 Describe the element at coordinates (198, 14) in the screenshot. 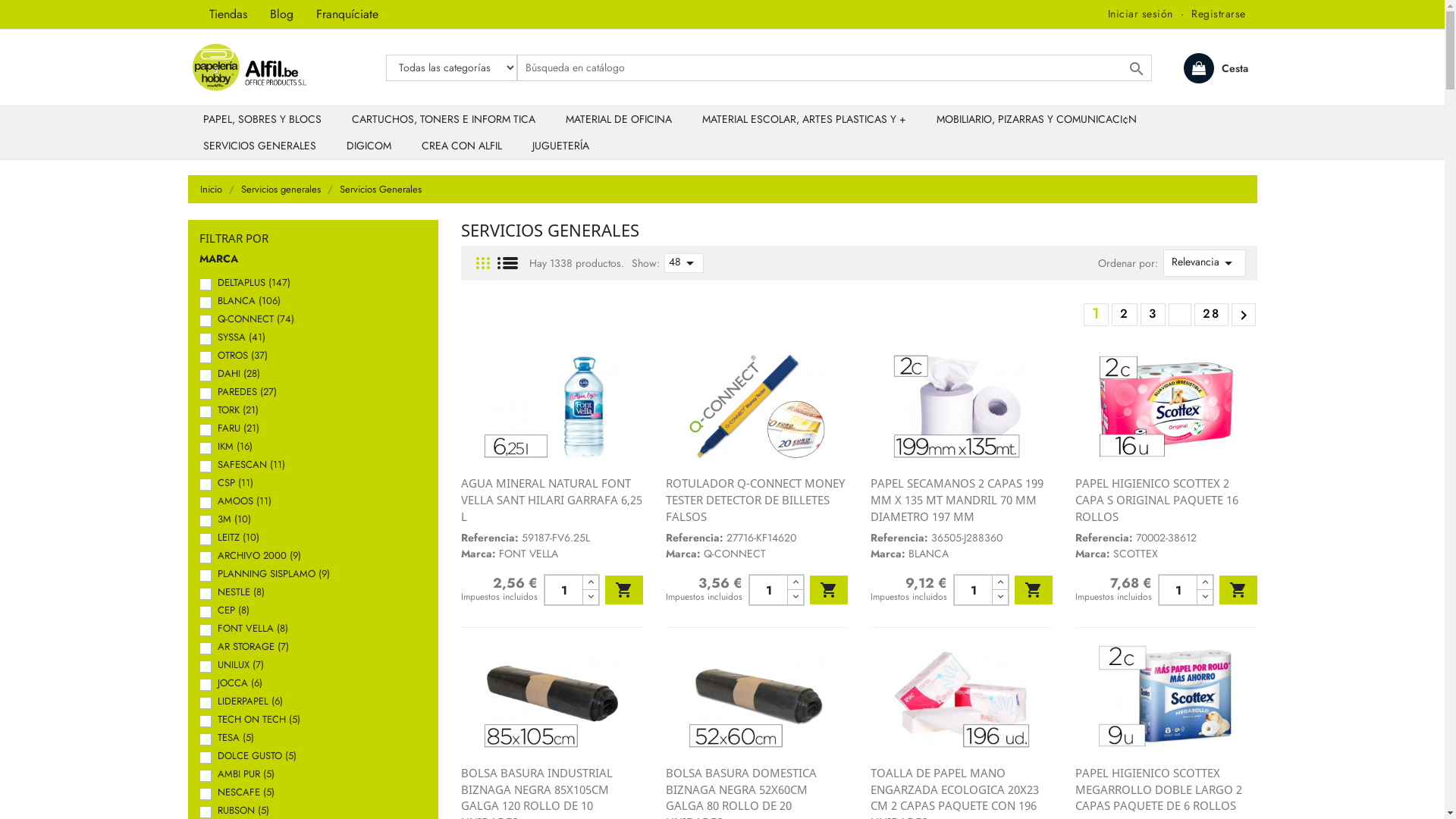

I see `'Tiendas'` at that location.